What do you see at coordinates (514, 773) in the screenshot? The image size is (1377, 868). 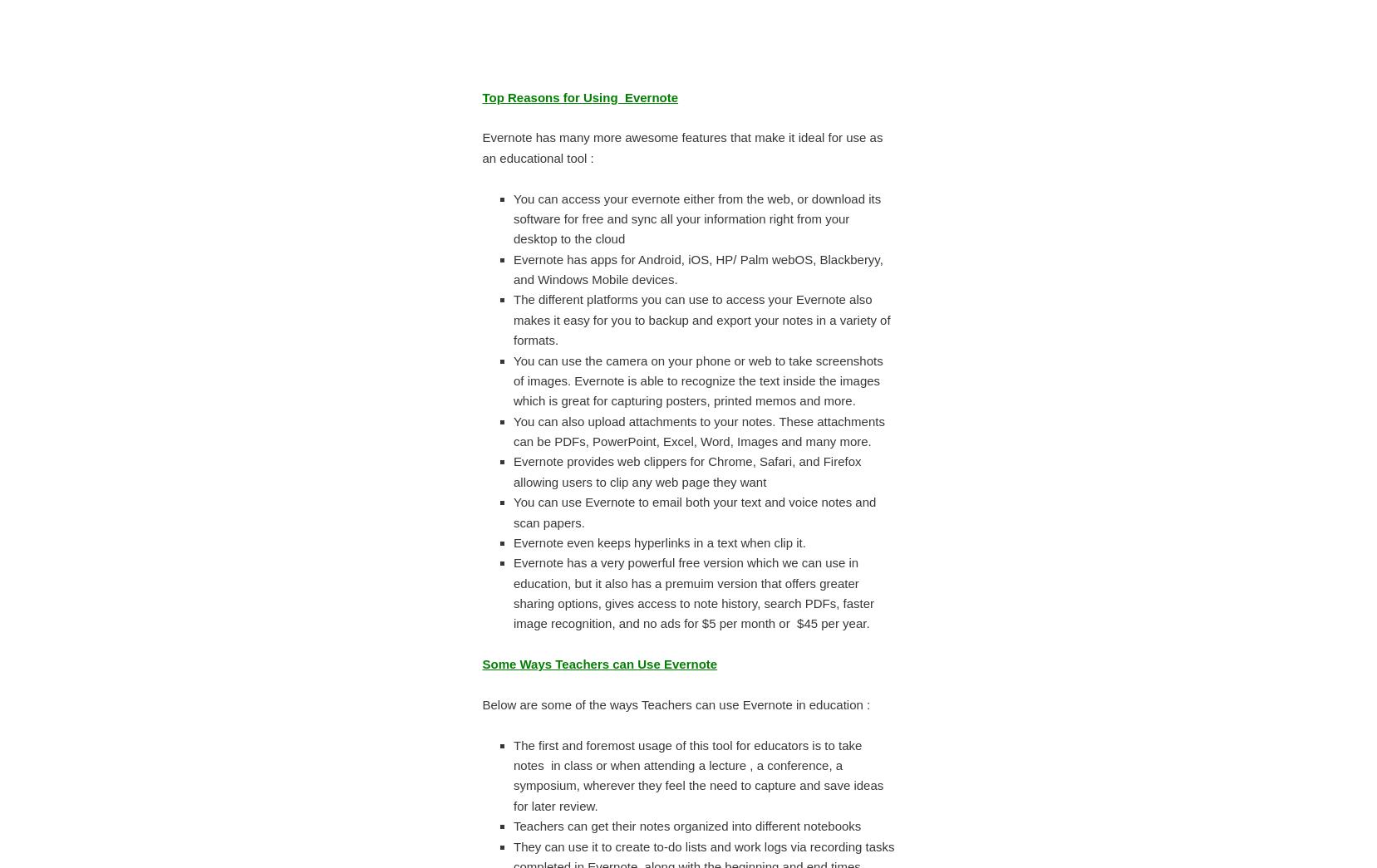 I see `'The first and foremost usage of this tool for educators is to take notes  in class or when attending a lecture , a conference, a symposium, wherever they feel the need to capture and save ideas for later review.'` at bounding box center [514, 773].